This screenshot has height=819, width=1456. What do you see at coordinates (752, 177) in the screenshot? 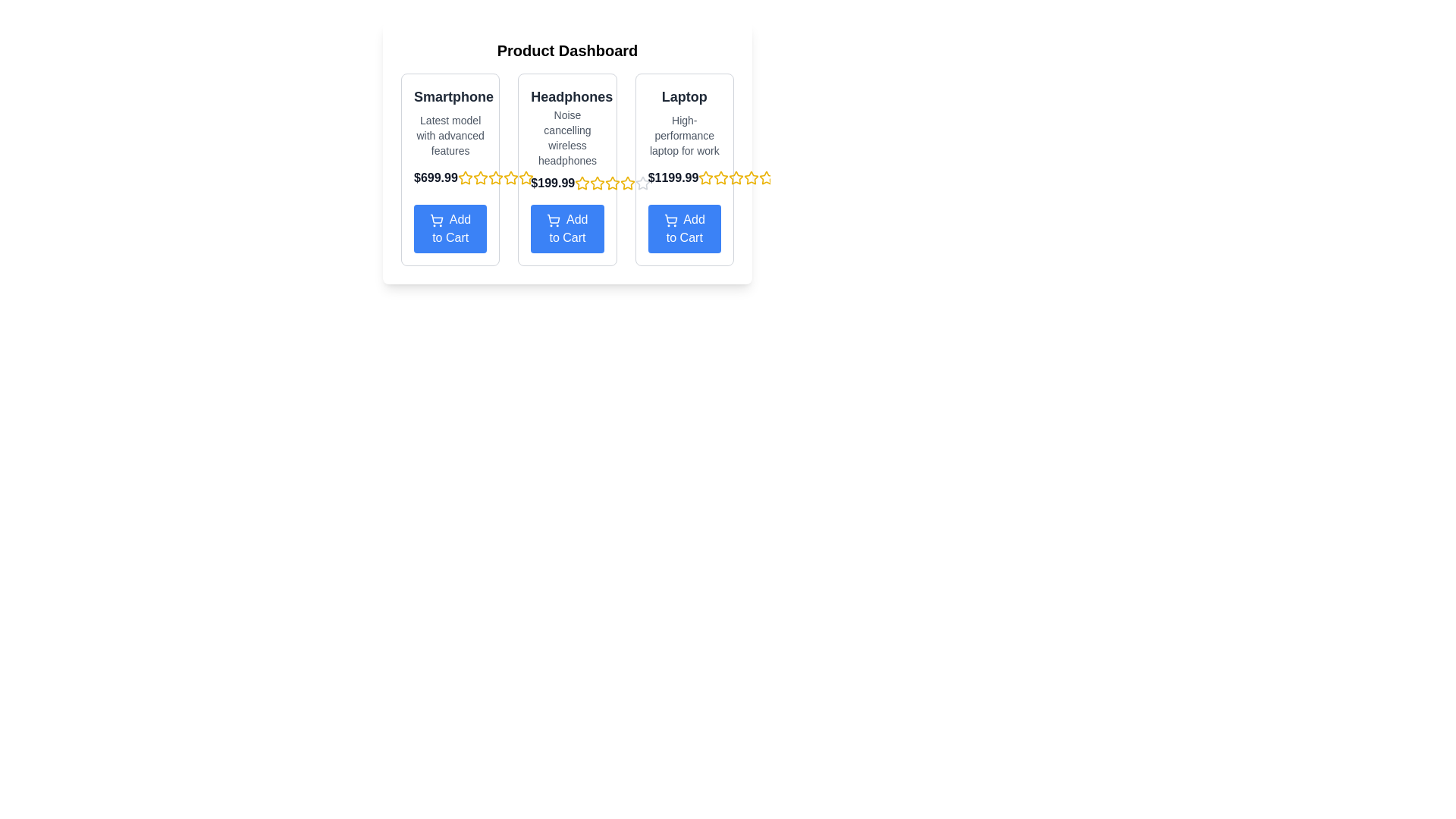
I see `the fifth star-shaped icon in the rating section of the Laptop product card` at bounding box center [752, 177].